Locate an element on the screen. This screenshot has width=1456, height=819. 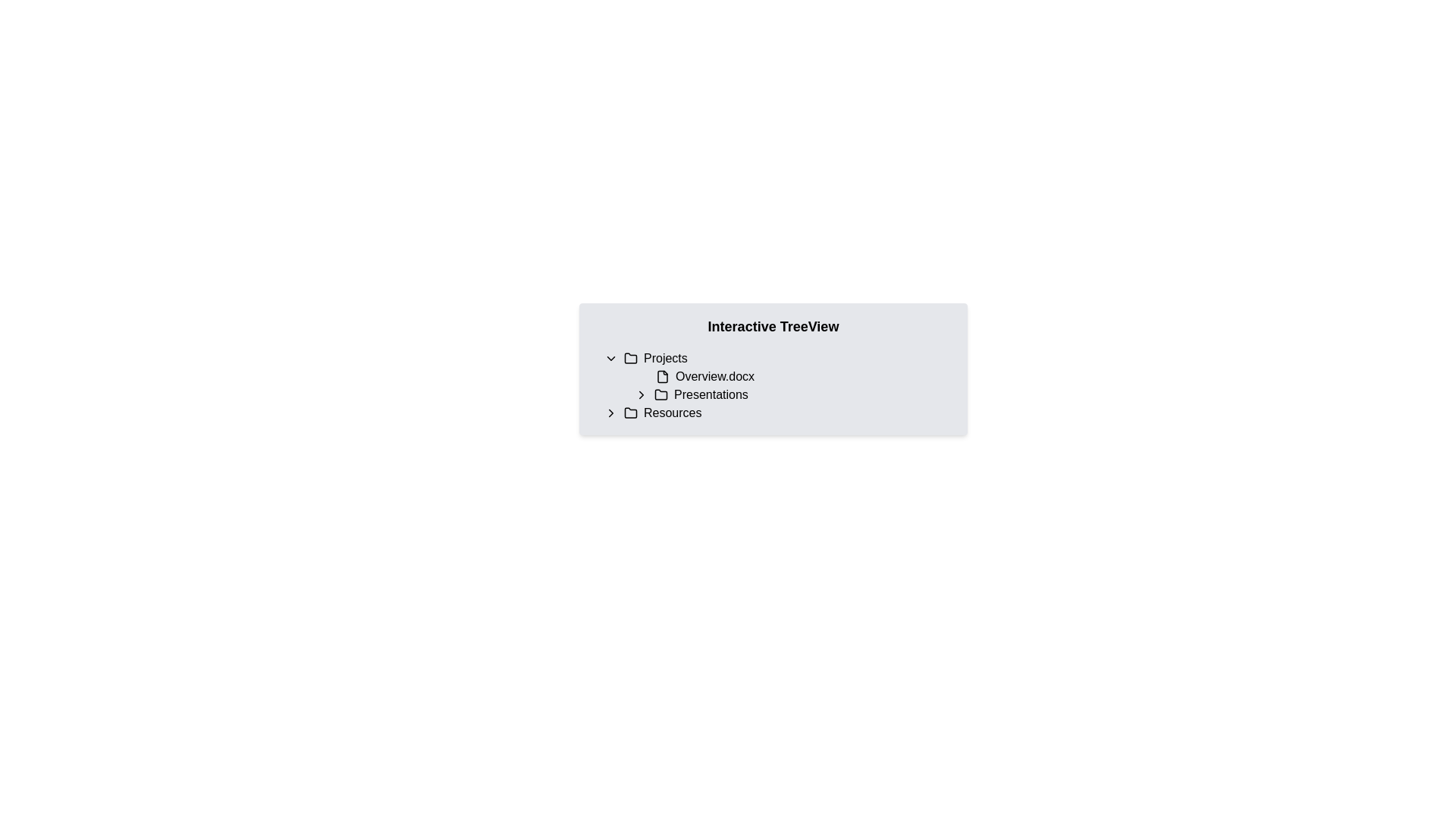
the folder icon, which is a minimalistic drawing outlined in a thin stroke, located between a chevron-down icon and the text 'Projects' is located at coordinates (630, 359).